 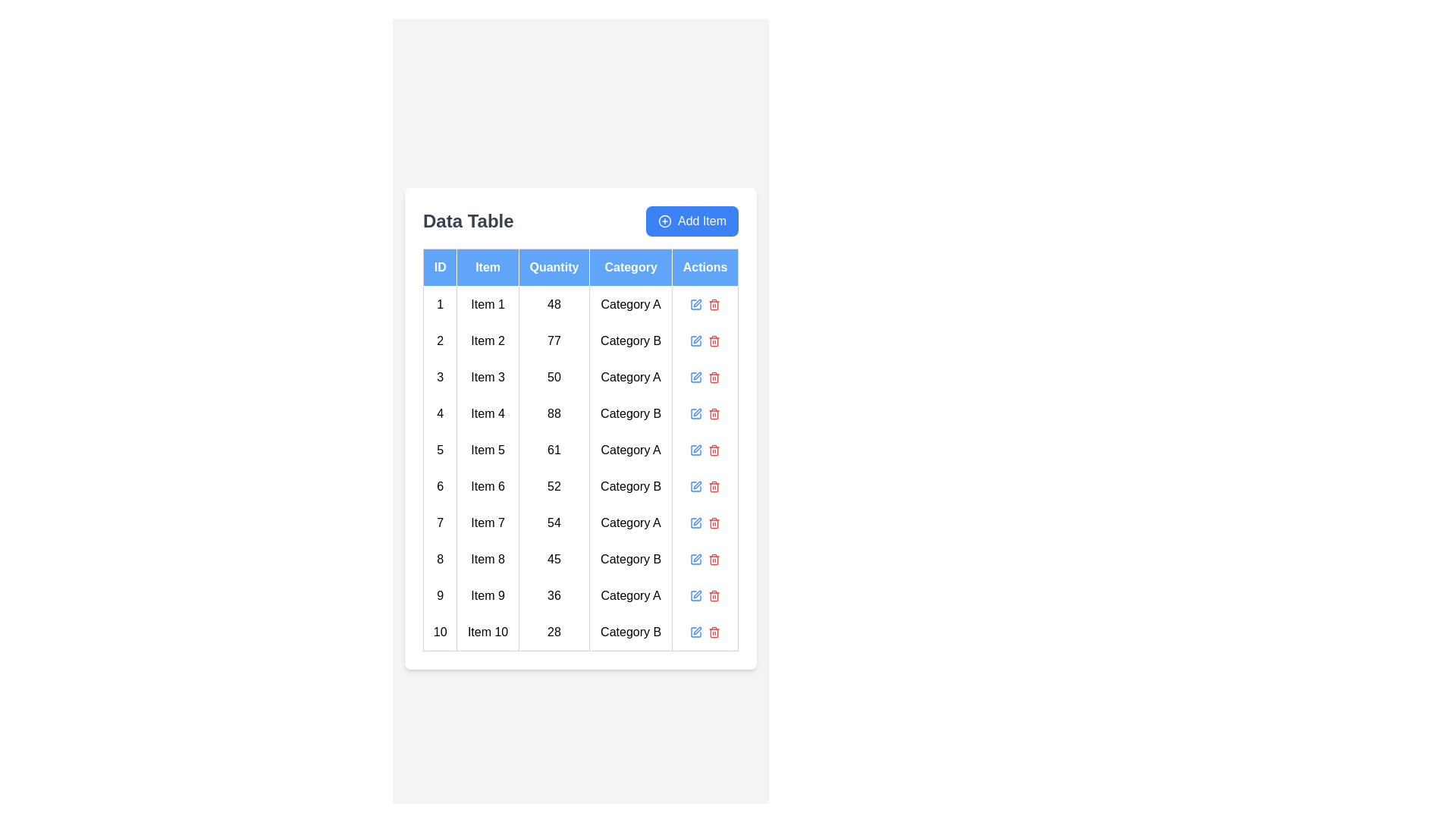 What do you see at coordinates (704, 449) in the screenshot?
I see `the red icon in the 'Actions' column corresponding to 'Item 5'` at bounding box center [704, 449].